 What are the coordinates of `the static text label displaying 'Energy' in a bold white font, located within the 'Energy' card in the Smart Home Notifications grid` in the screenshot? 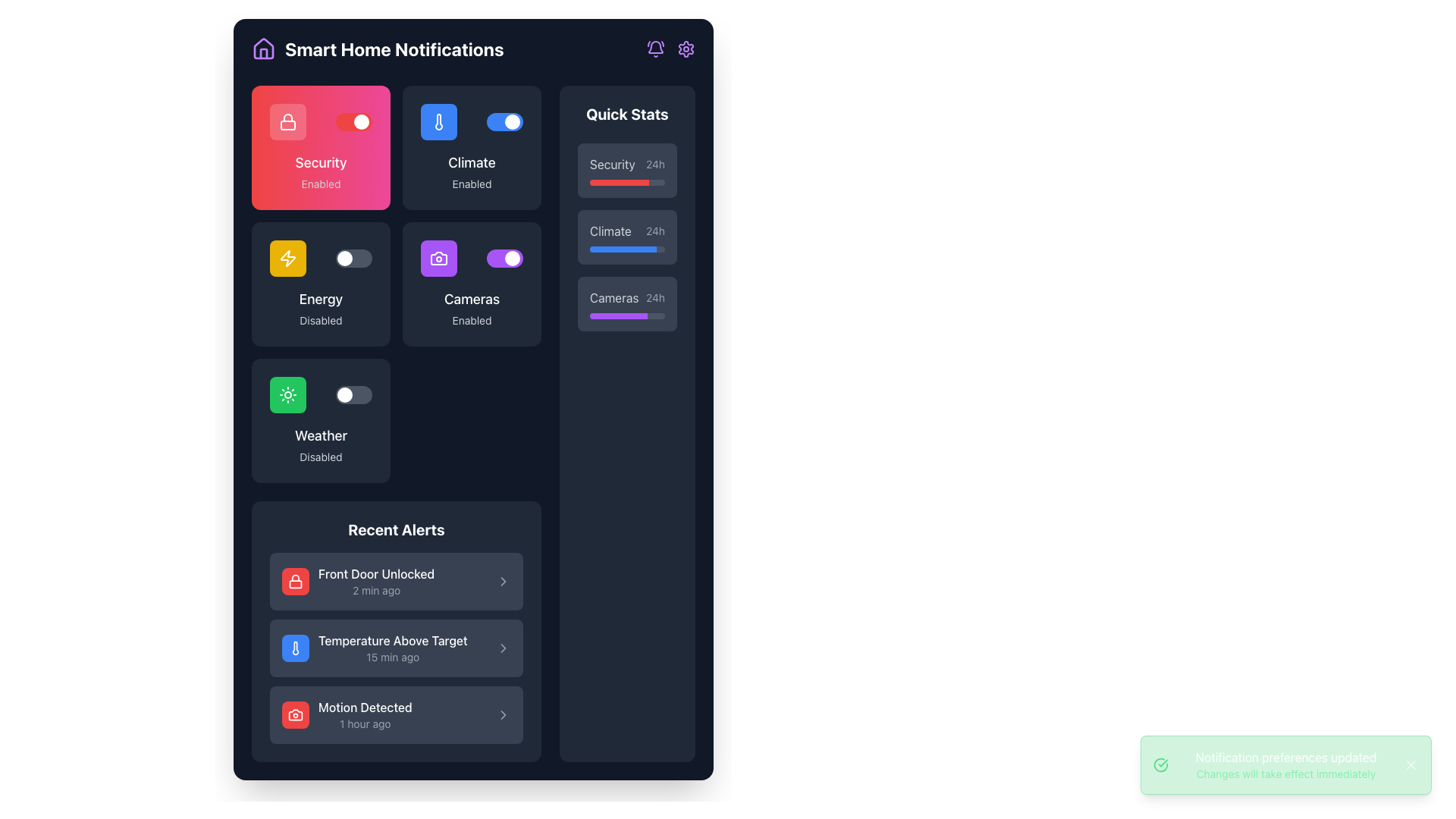 It's located at (320, 299).